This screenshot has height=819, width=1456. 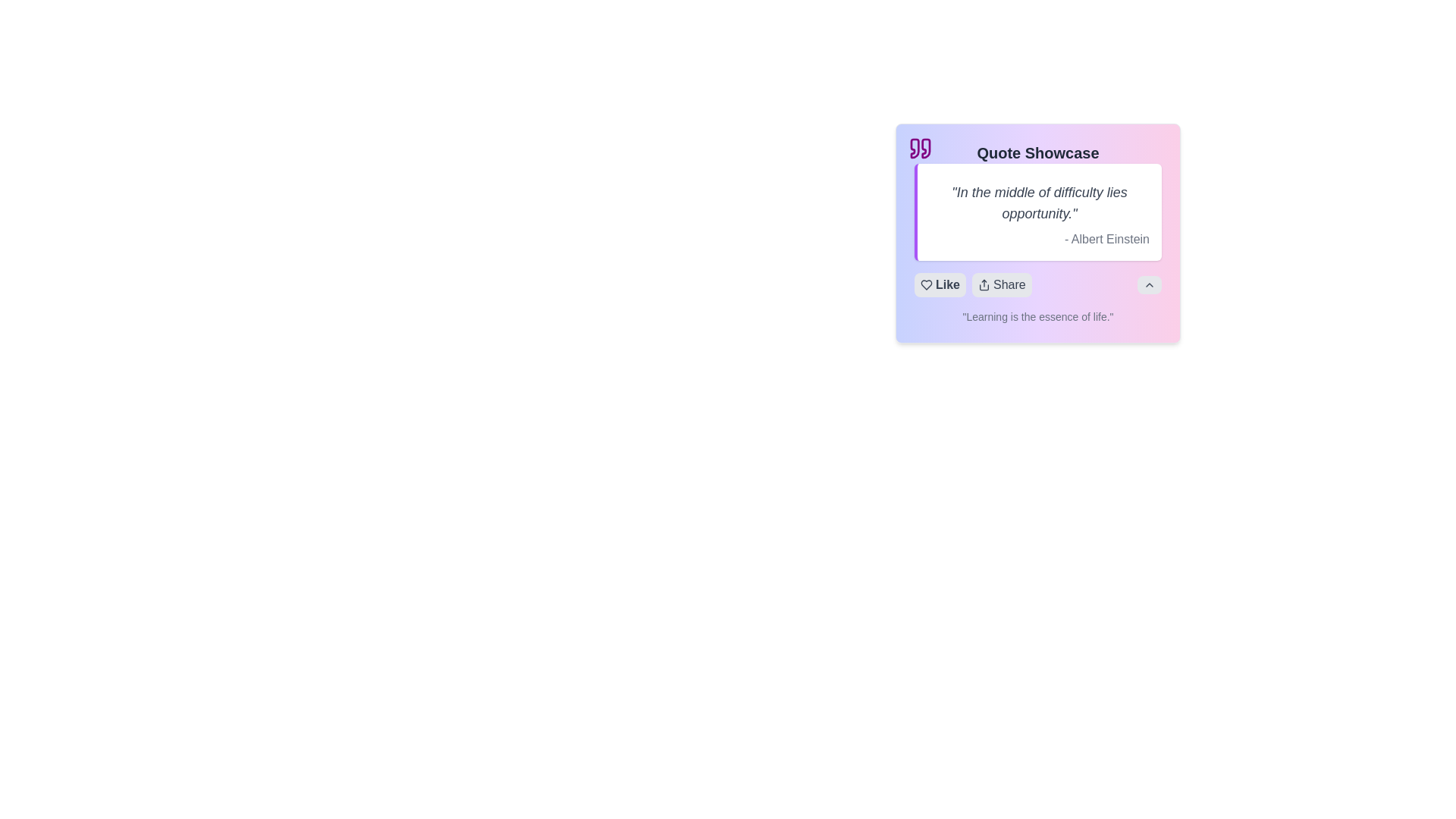 What do you see at coordinates (1037, 152) in the screenshot?
I see `bold text label 'Quote Showcase' which is prominently displayed at the top center of a rectangular card with a gradient background` at bounding box center [1037, 152].